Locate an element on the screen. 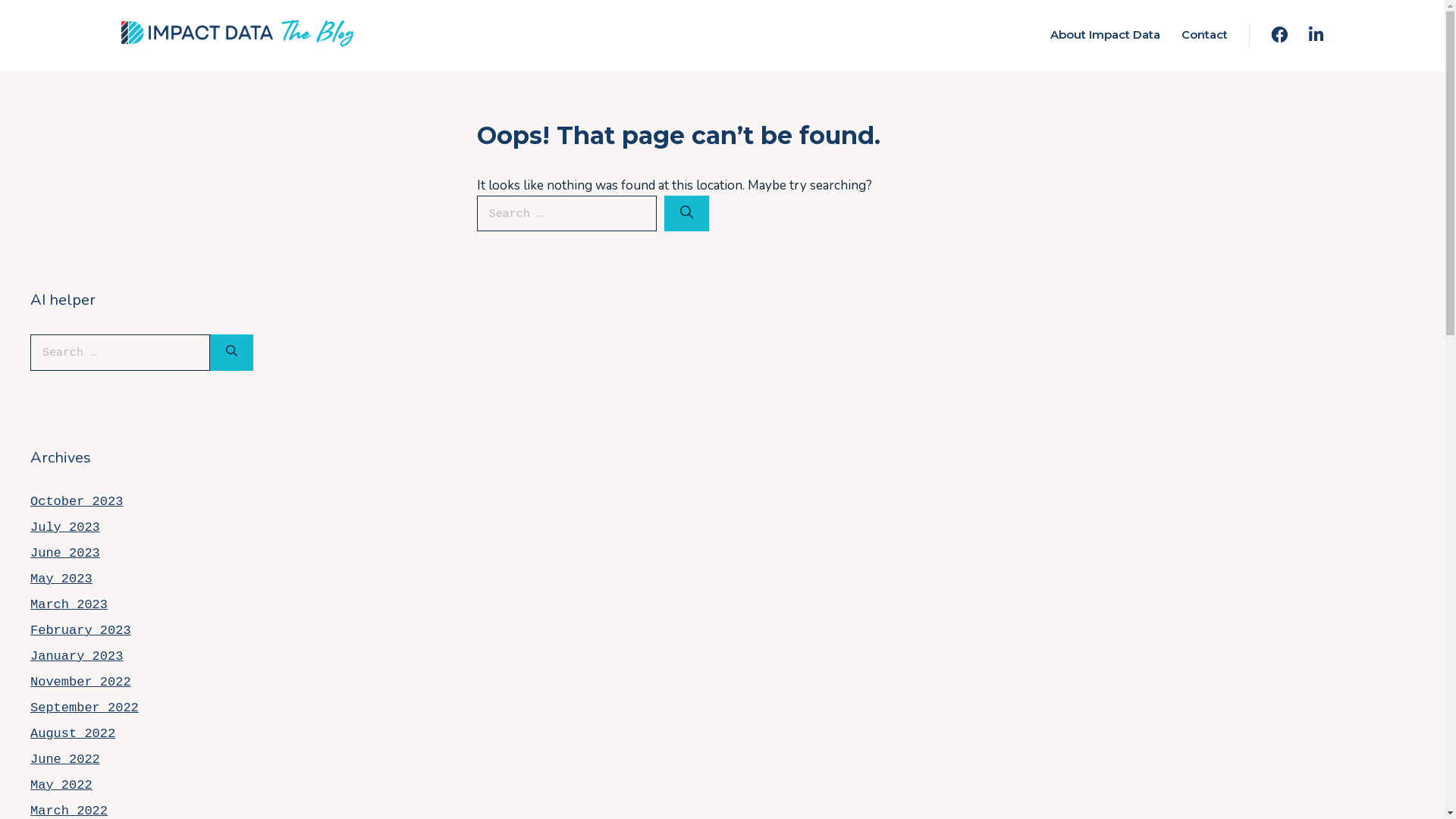 The width and height of the screenshot is (1456, 819). 'September 2022' is located at coordinates (83, 708).